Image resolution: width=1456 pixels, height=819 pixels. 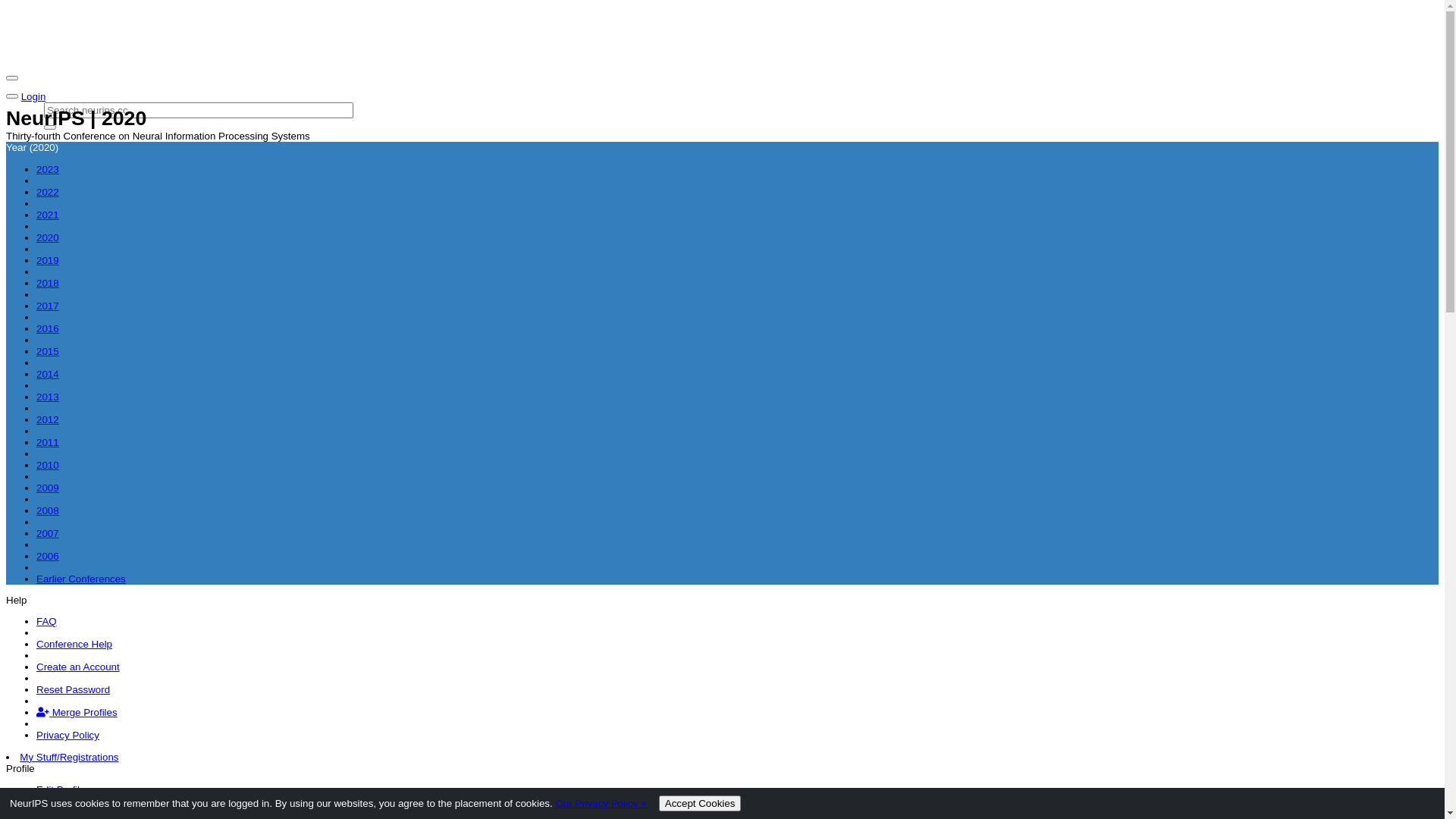 I want to click on '2010', so click(x=47, y=464).